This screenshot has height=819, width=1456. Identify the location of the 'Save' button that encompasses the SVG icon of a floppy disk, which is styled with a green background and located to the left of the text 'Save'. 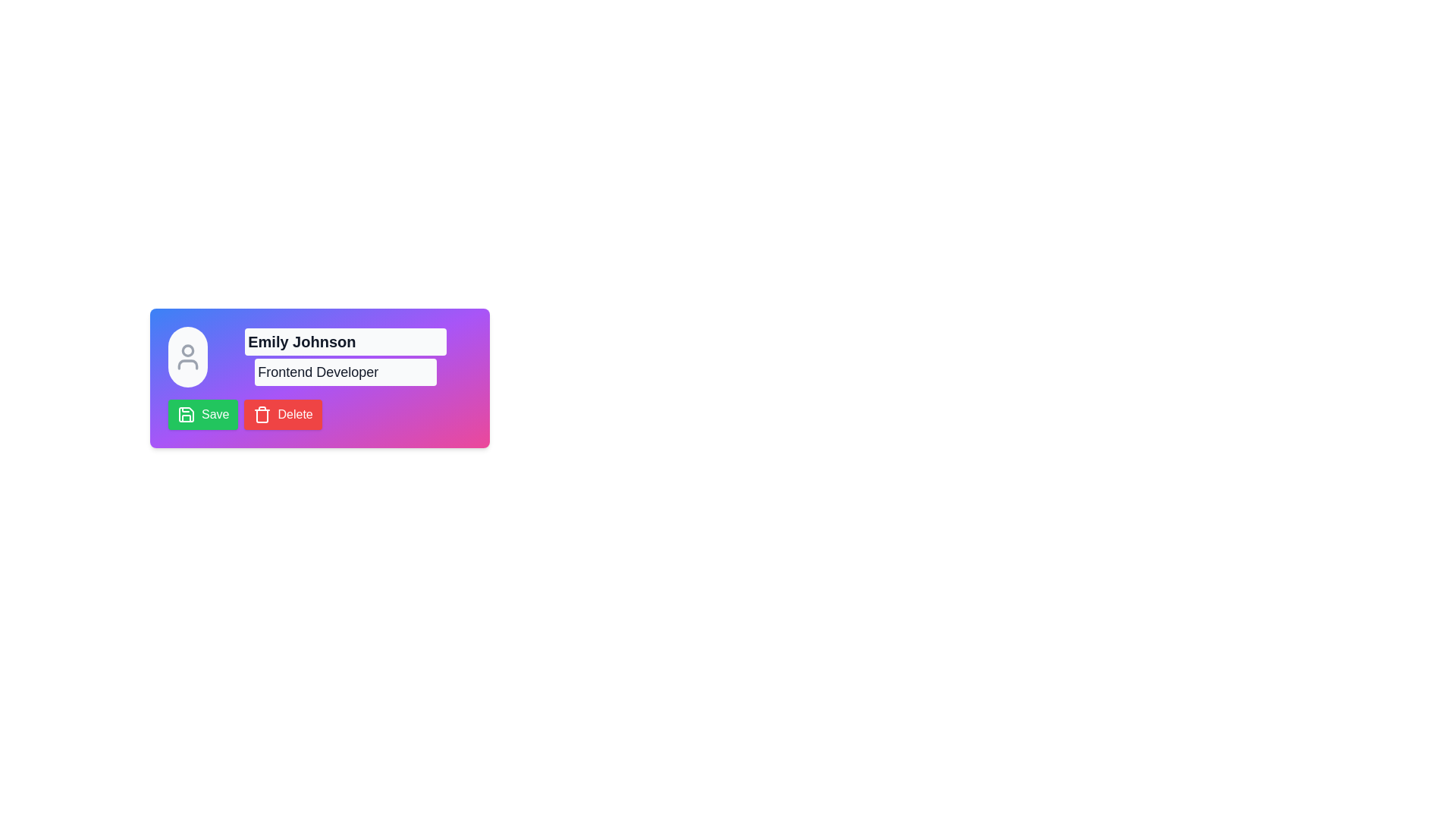
(185, 415).